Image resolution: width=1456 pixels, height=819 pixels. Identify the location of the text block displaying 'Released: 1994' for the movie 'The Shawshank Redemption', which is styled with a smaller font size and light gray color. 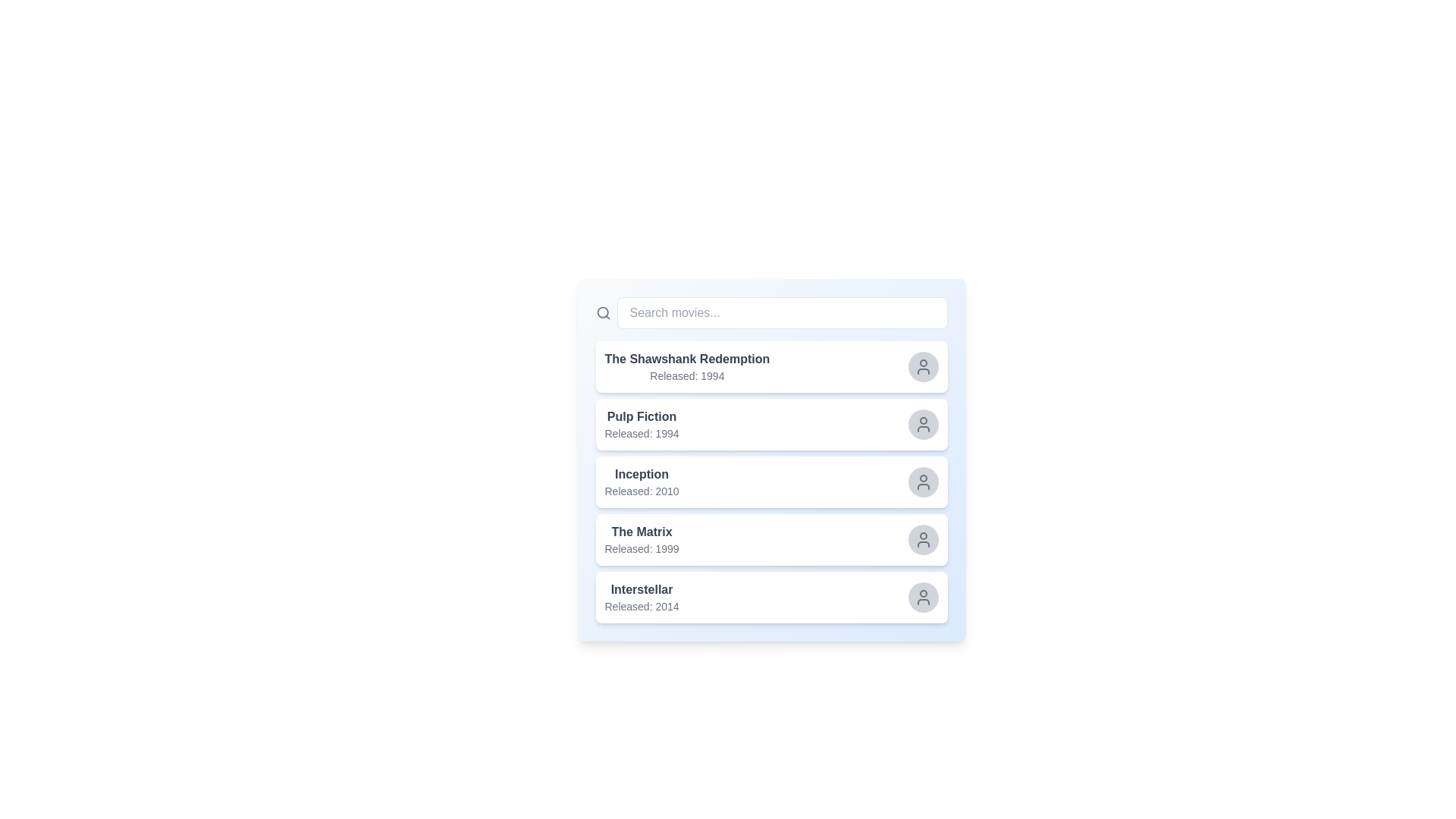
(686, 375).